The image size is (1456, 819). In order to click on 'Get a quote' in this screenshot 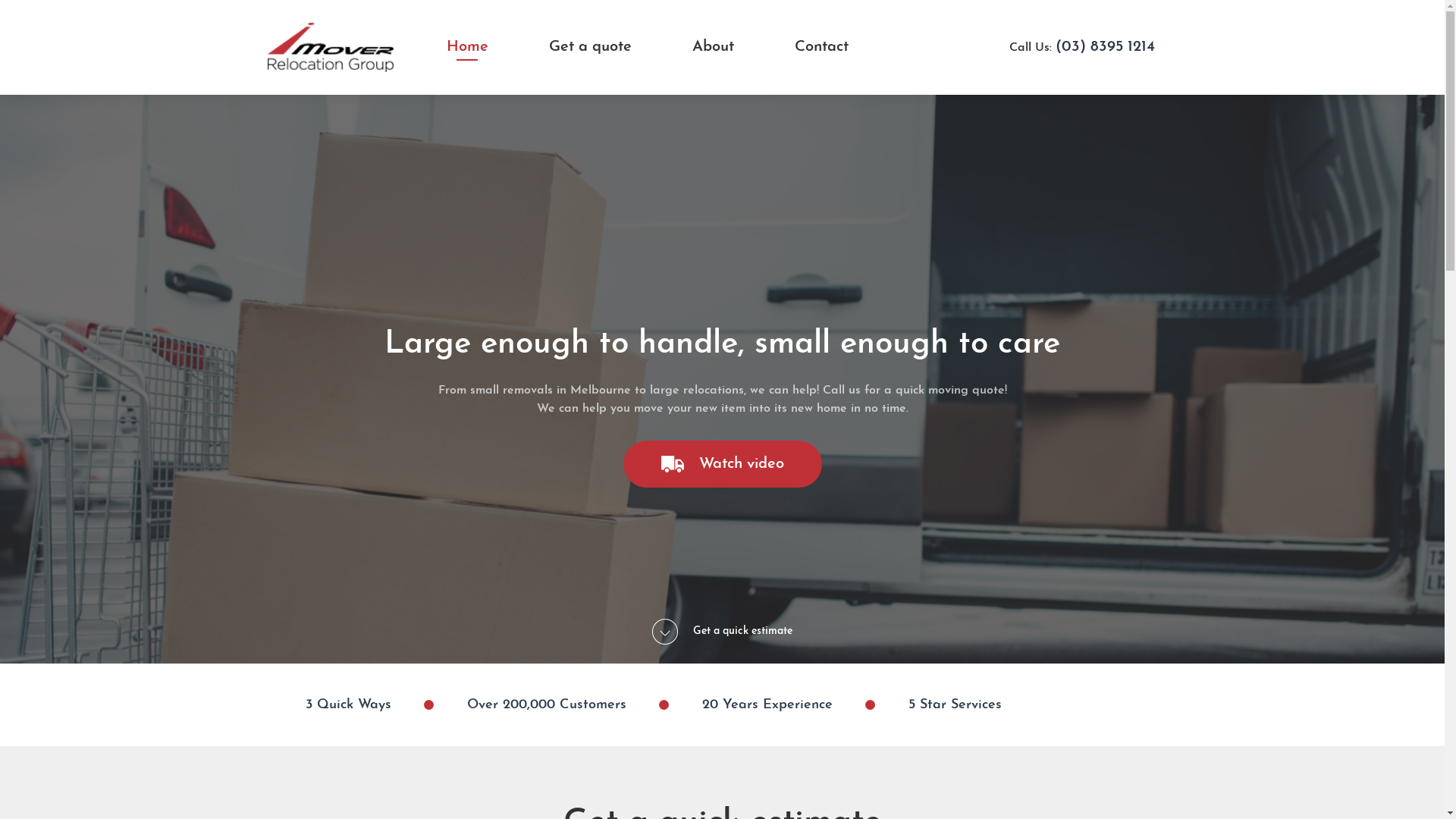, I will do `click(589, 45)`.